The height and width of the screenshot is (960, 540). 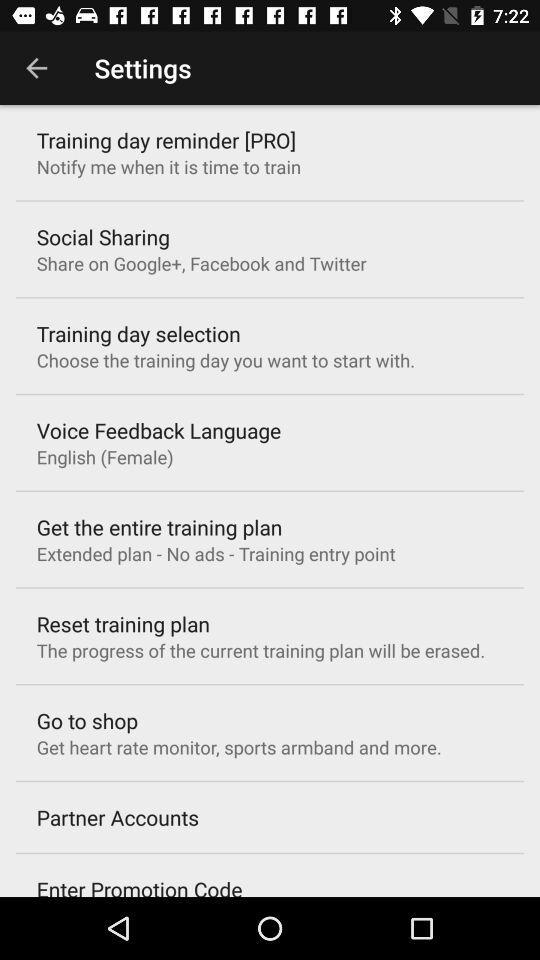 What do you see at coordinates (157, 430) in the screenshot?
I see `voice feedback language item` at bounding box center [157, 430].